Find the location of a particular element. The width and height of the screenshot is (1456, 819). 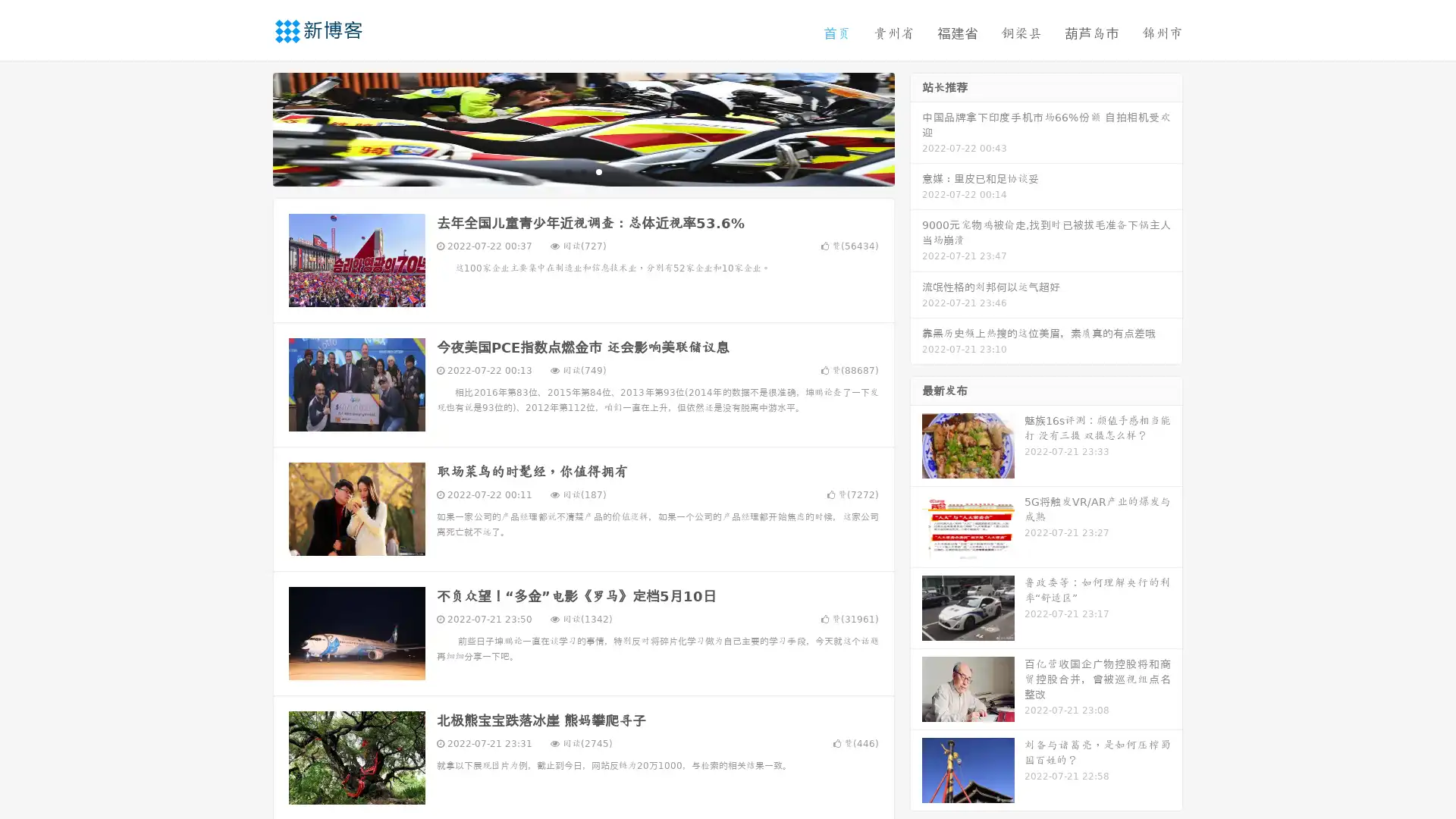

Go to slide 3 is located at coordinates (598, 171).